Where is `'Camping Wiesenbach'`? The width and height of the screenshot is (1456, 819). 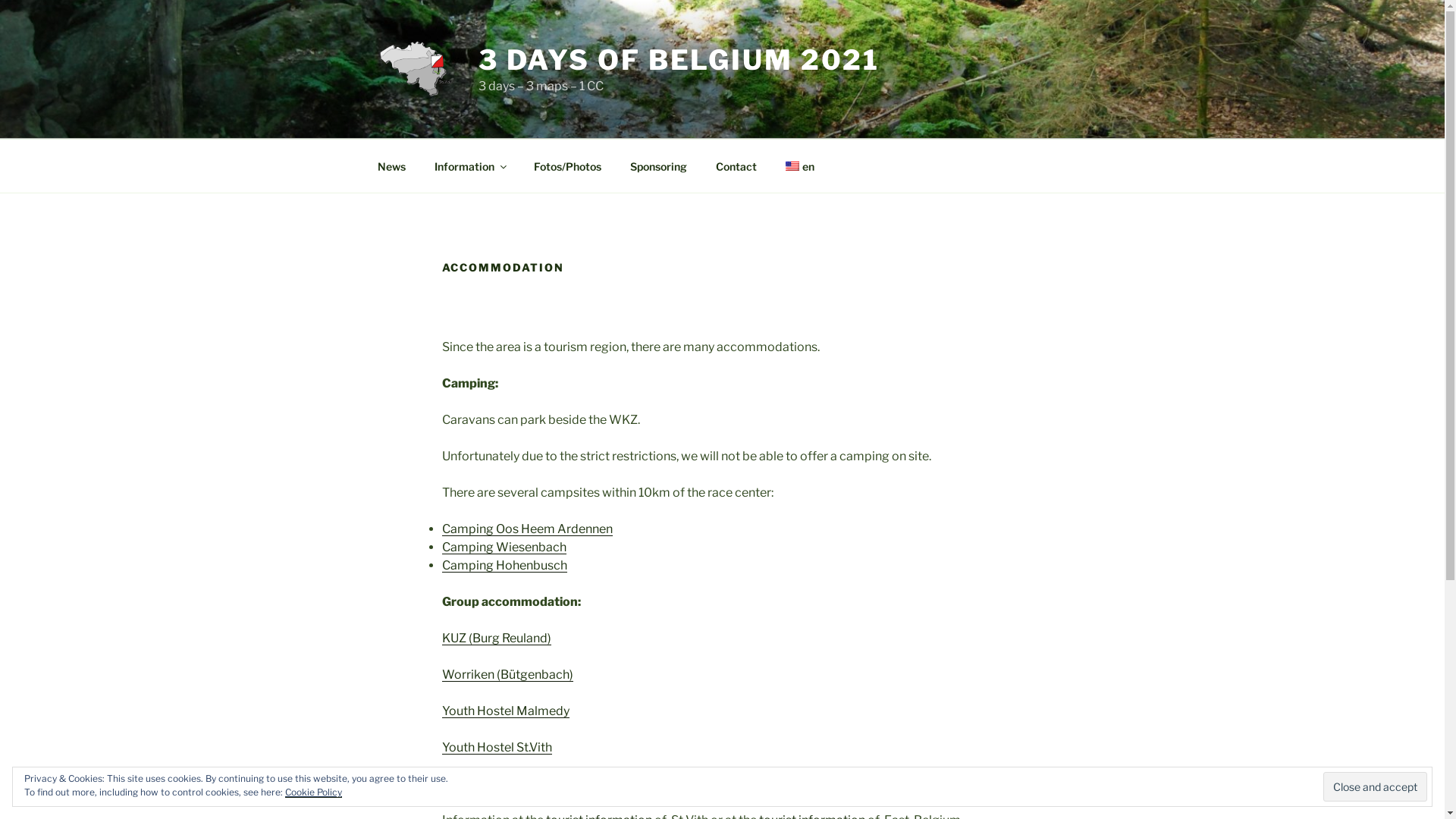
'Camping Wiesenbach' is located at coordinates (503, 547).